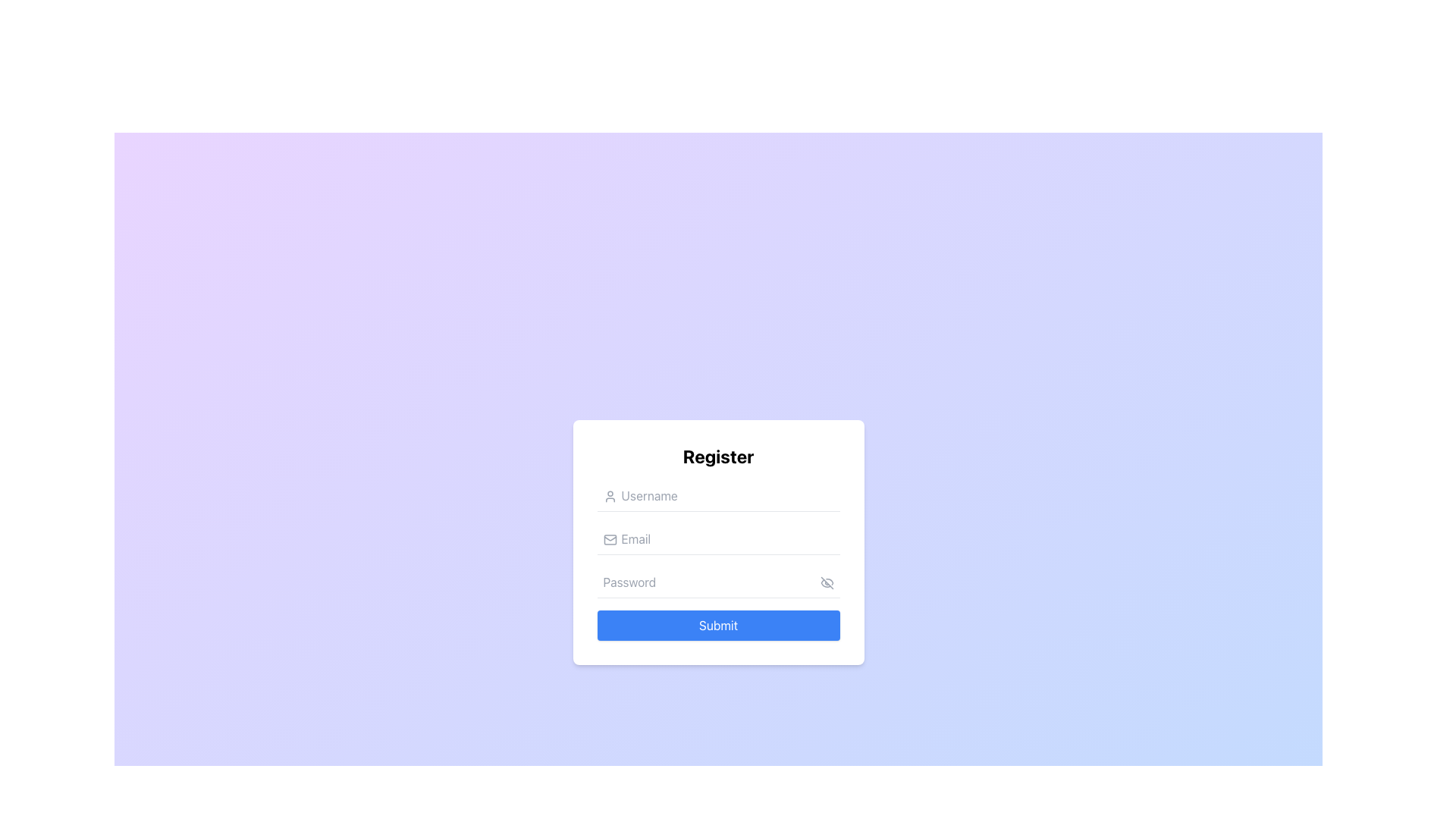  What do you see at coordinates (610, 538) in the screenshot?
I see `the envelope icon located to the left of the 'Email' input field within the registration form for information` at bounding box center [610, 538].